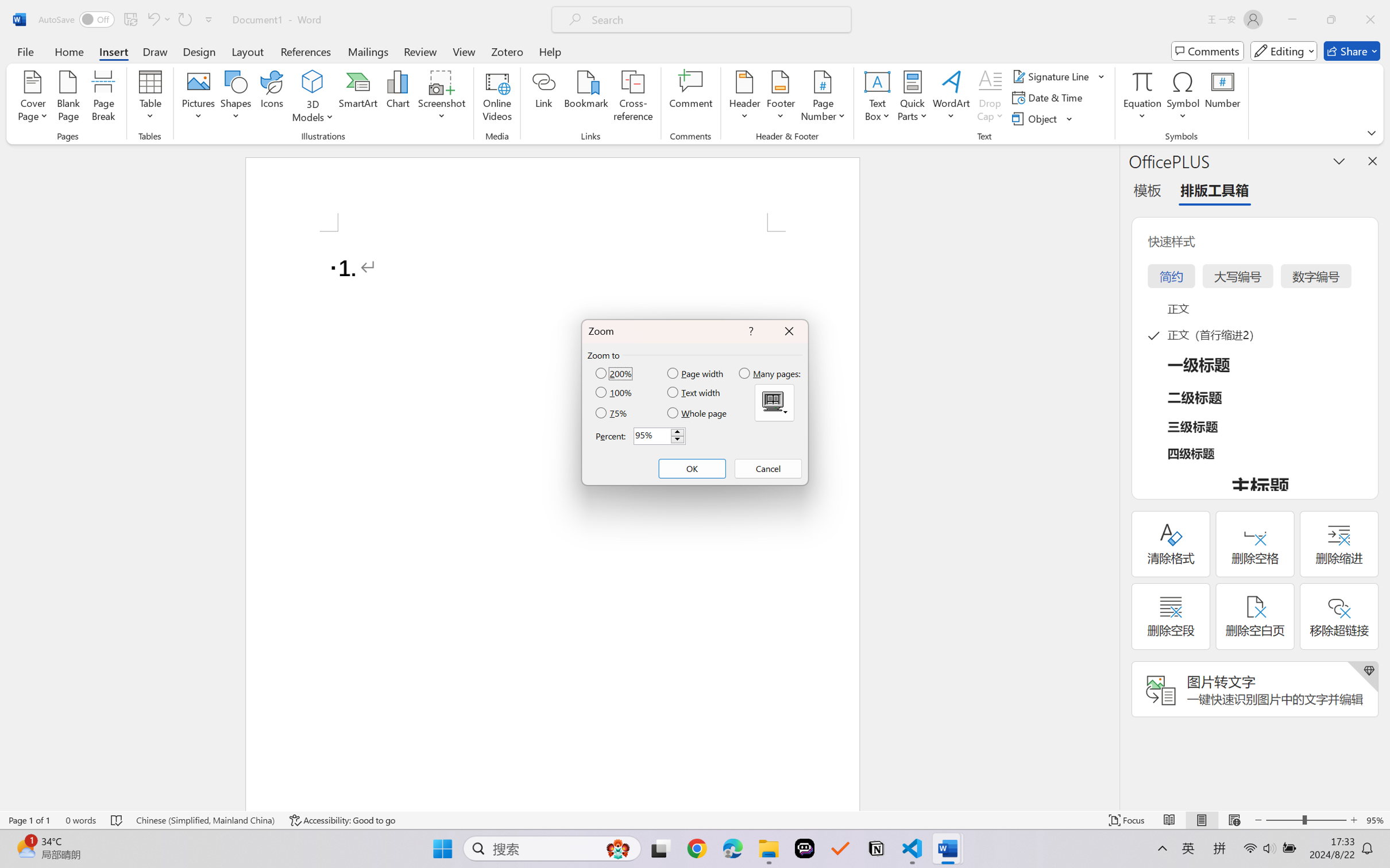 The height and width of the screenshot is (868, 1390). Describe the element at coordinates (951, 98) in the screenshot. I see `'WordArt'` at that location.